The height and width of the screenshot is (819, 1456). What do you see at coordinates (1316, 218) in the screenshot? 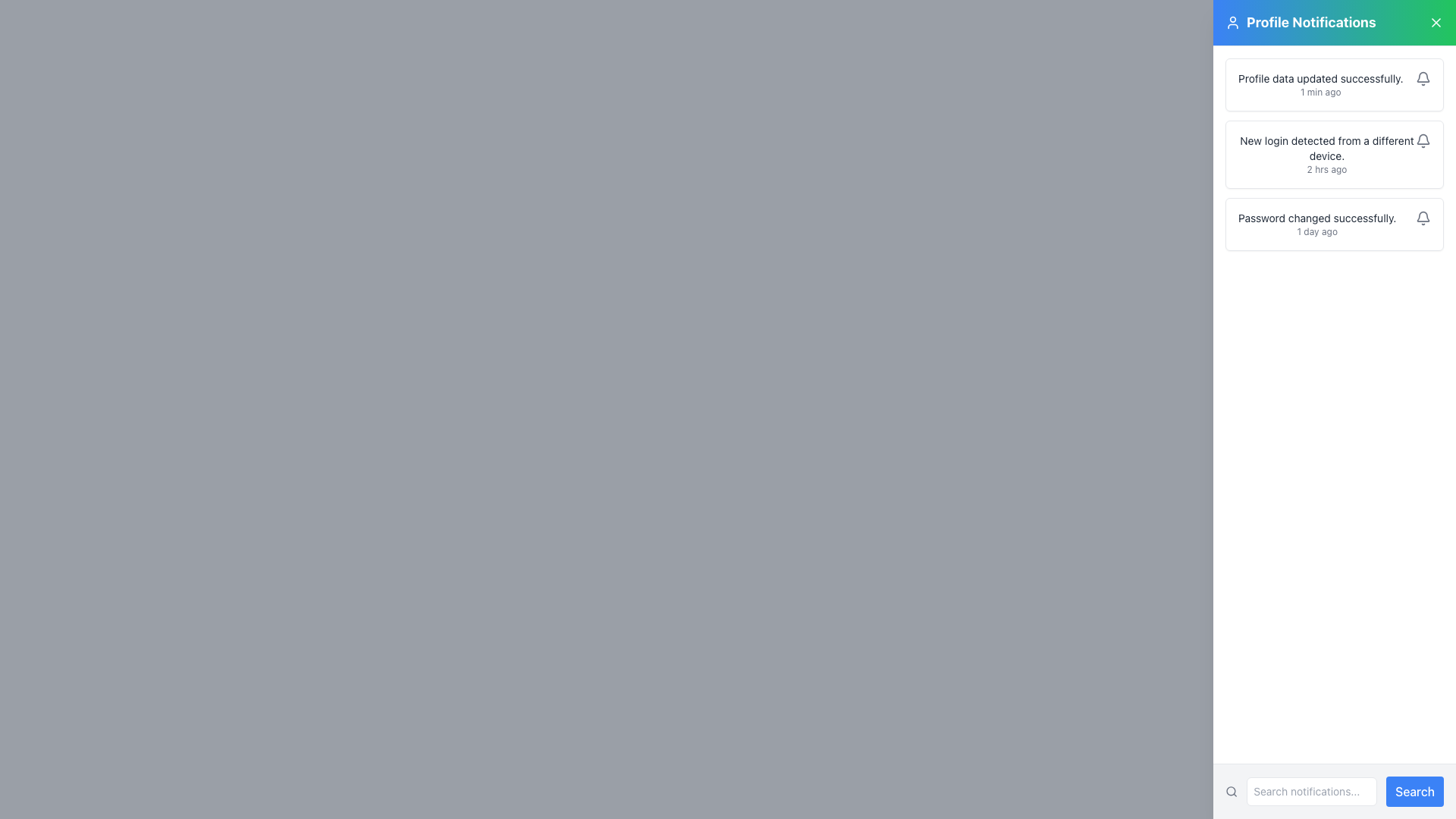
I see `informational text that indicates a successful password change, located above the text '1 day ago' in the third notification card` at bounding box center [1316, 218].